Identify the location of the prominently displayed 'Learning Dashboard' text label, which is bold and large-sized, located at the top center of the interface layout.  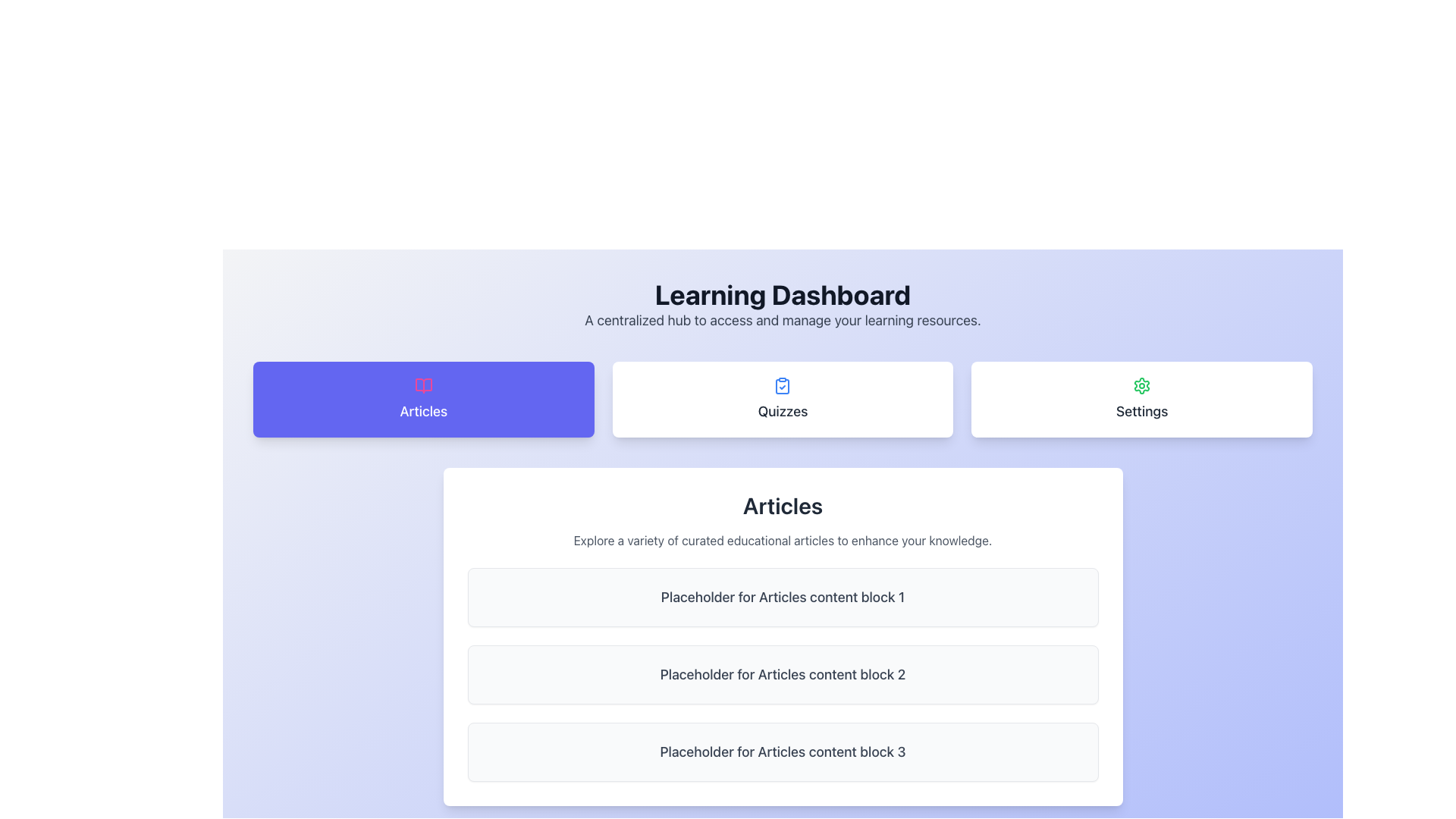
(783, 295).